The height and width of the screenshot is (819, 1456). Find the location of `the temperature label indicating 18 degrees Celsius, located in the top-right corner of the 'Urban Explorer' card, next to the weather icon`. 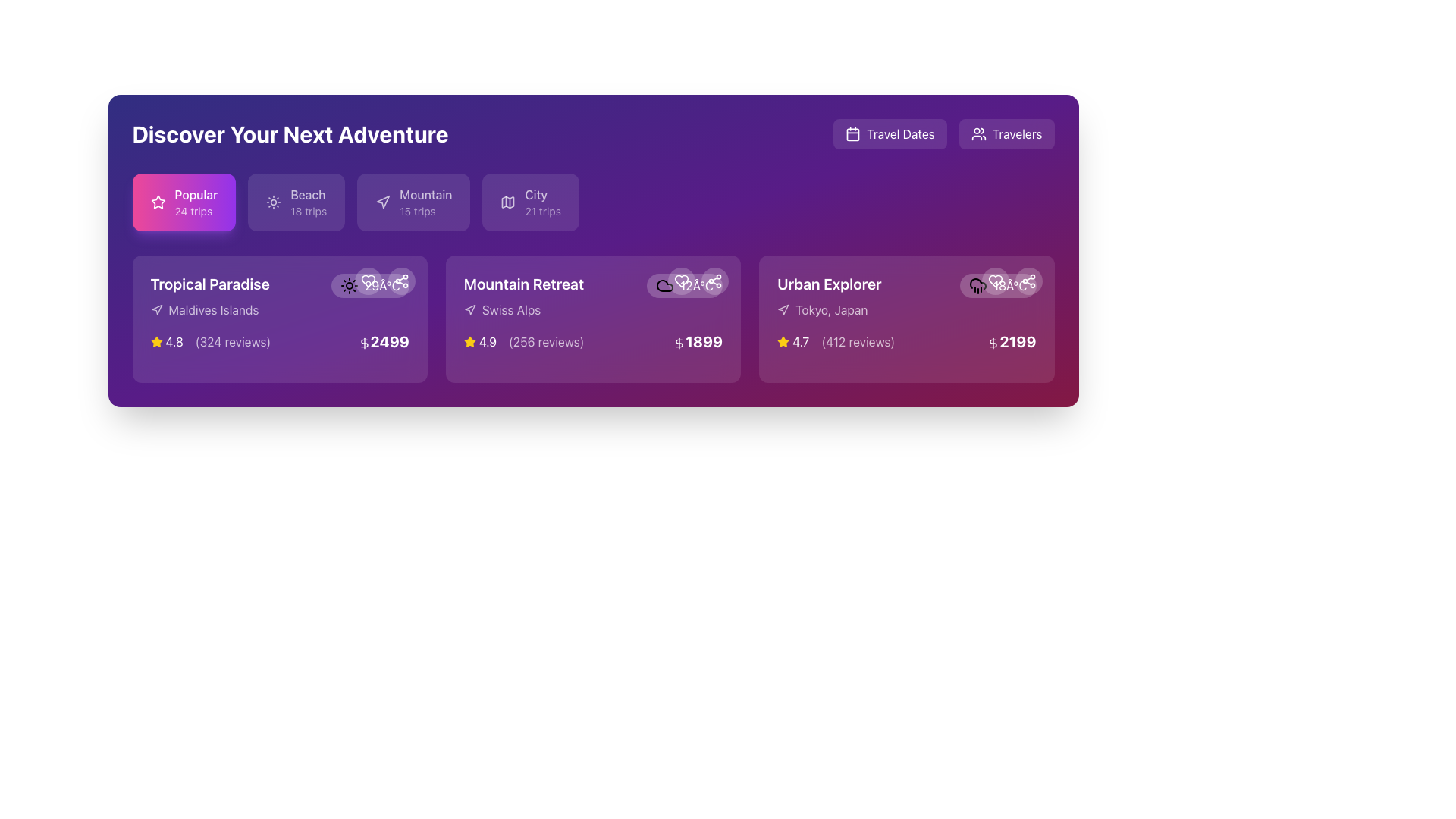

the temperature label indicating 18 degrees Celsius, located in the top-right corner of the 'Urban Explorer' card, next to the weather icon is located at coordinates (998, 286).